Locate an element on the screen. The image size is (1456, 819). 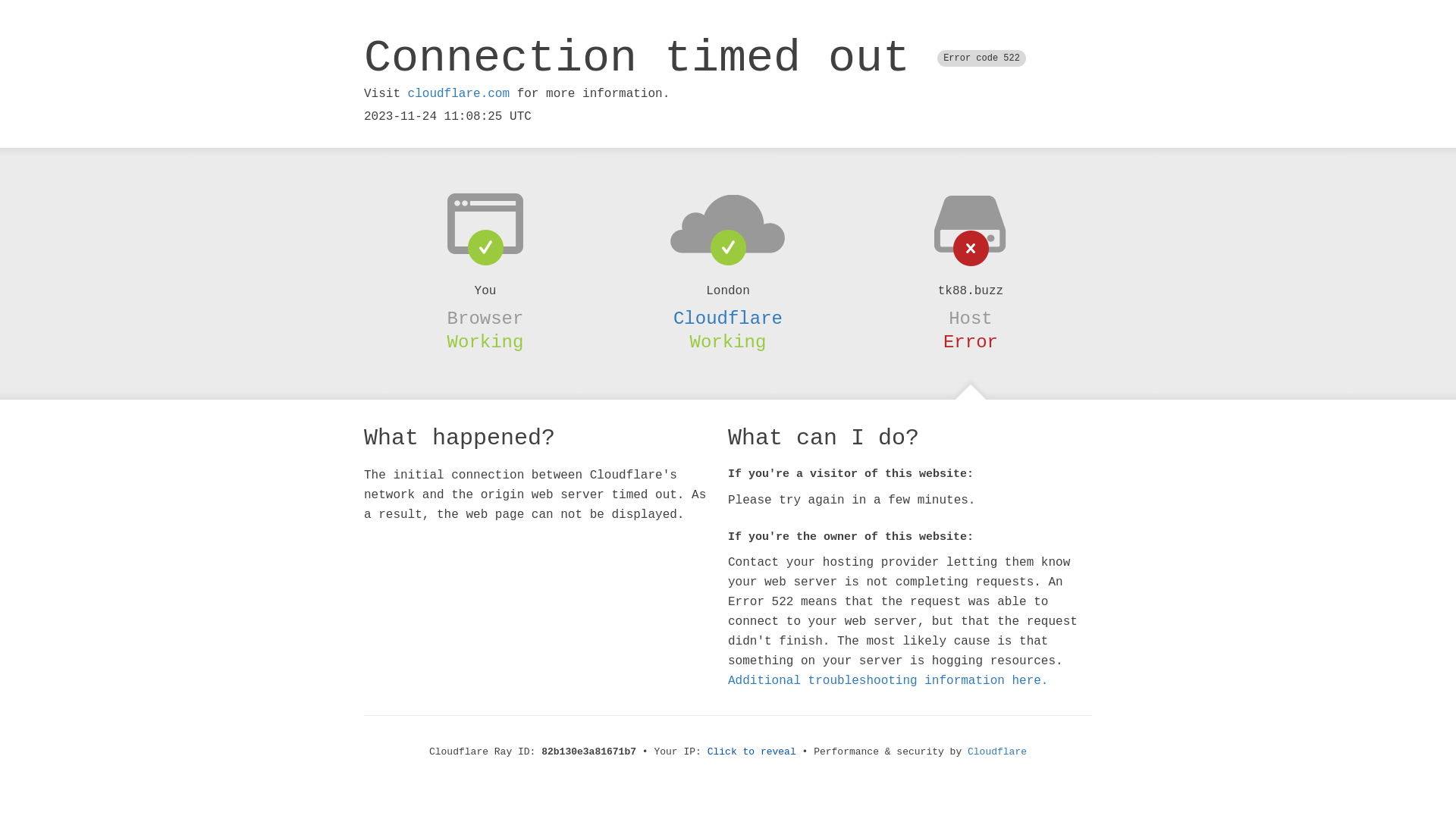
'cloudflare.com' is located at coordinates (457, 93).